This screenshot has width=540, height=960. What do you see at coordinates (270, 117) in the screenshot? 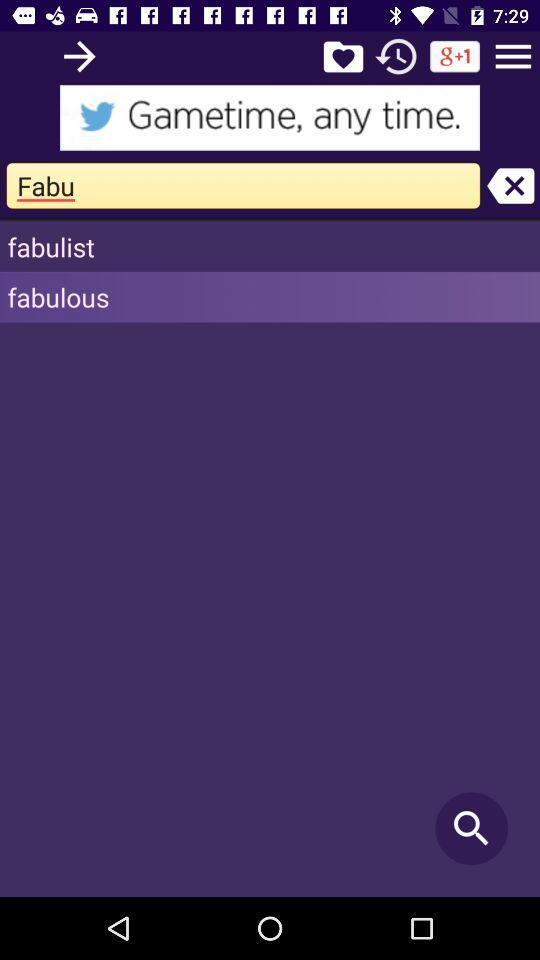
I see `display advertisement` at bounding box center [270, 117].